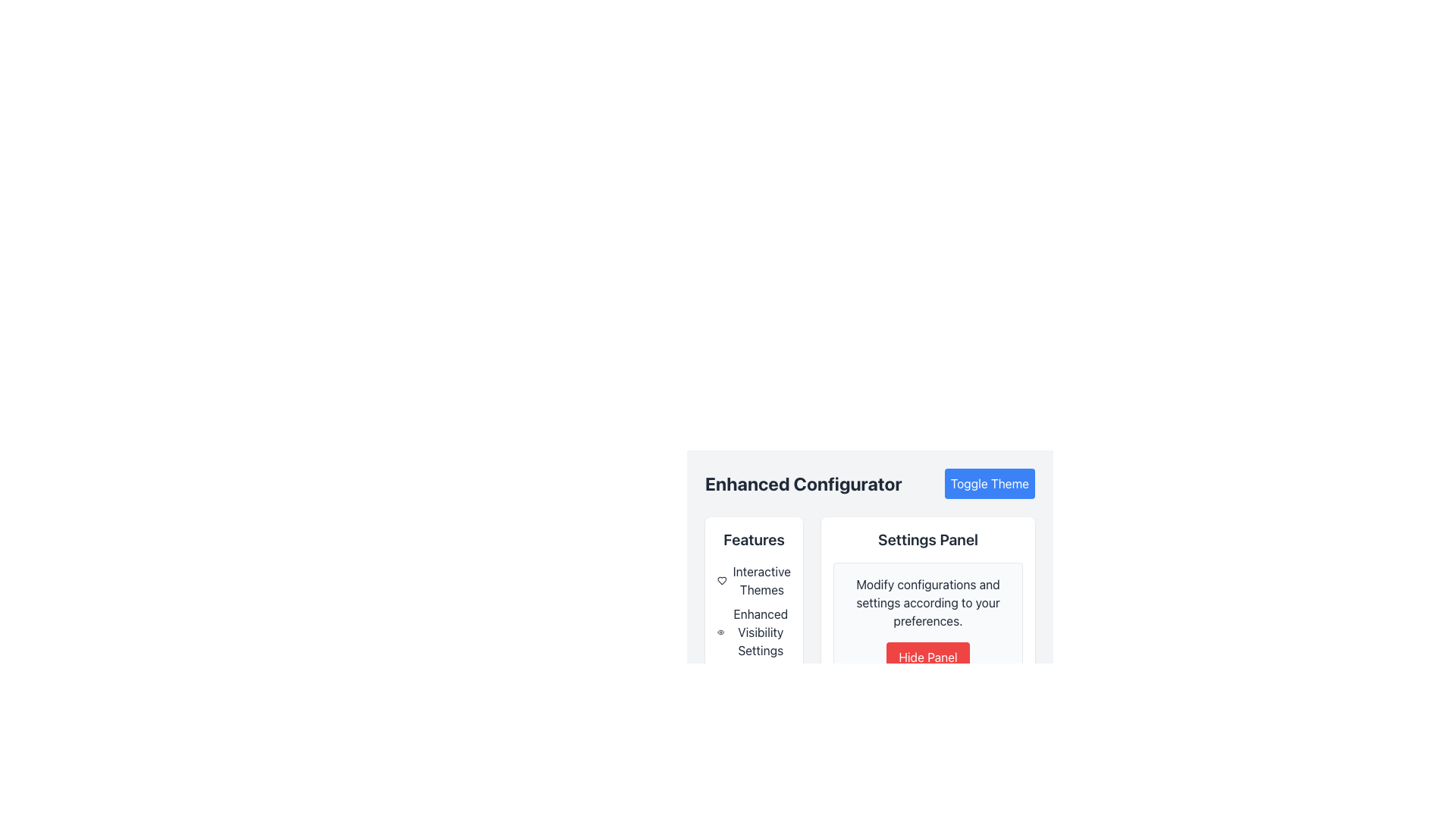  What do you see at coordinates (927, 623) in the screenshot?
I see `descriptive text 'Modify configurations and settings according to your preferences.' from the group element located in the 'Settings Panel' section below the 'Settings Panel' heading` at bounding box center [927, 623].